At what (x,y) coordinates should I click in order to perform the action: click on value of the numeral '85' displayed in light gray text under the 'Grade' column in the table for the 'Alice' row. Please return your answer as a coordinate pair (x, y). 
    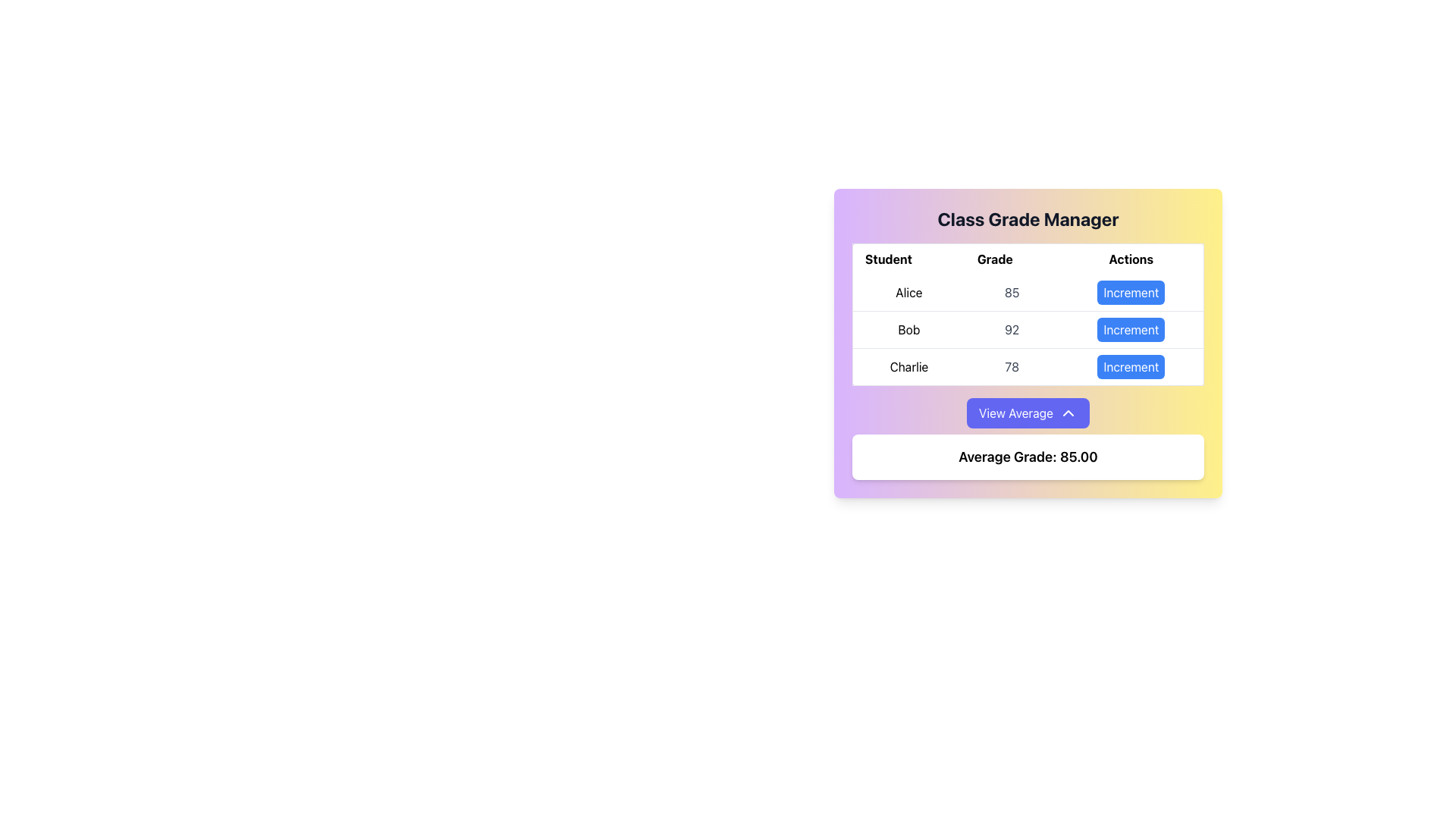
    Looking at the image, I should click on (1012, 293).